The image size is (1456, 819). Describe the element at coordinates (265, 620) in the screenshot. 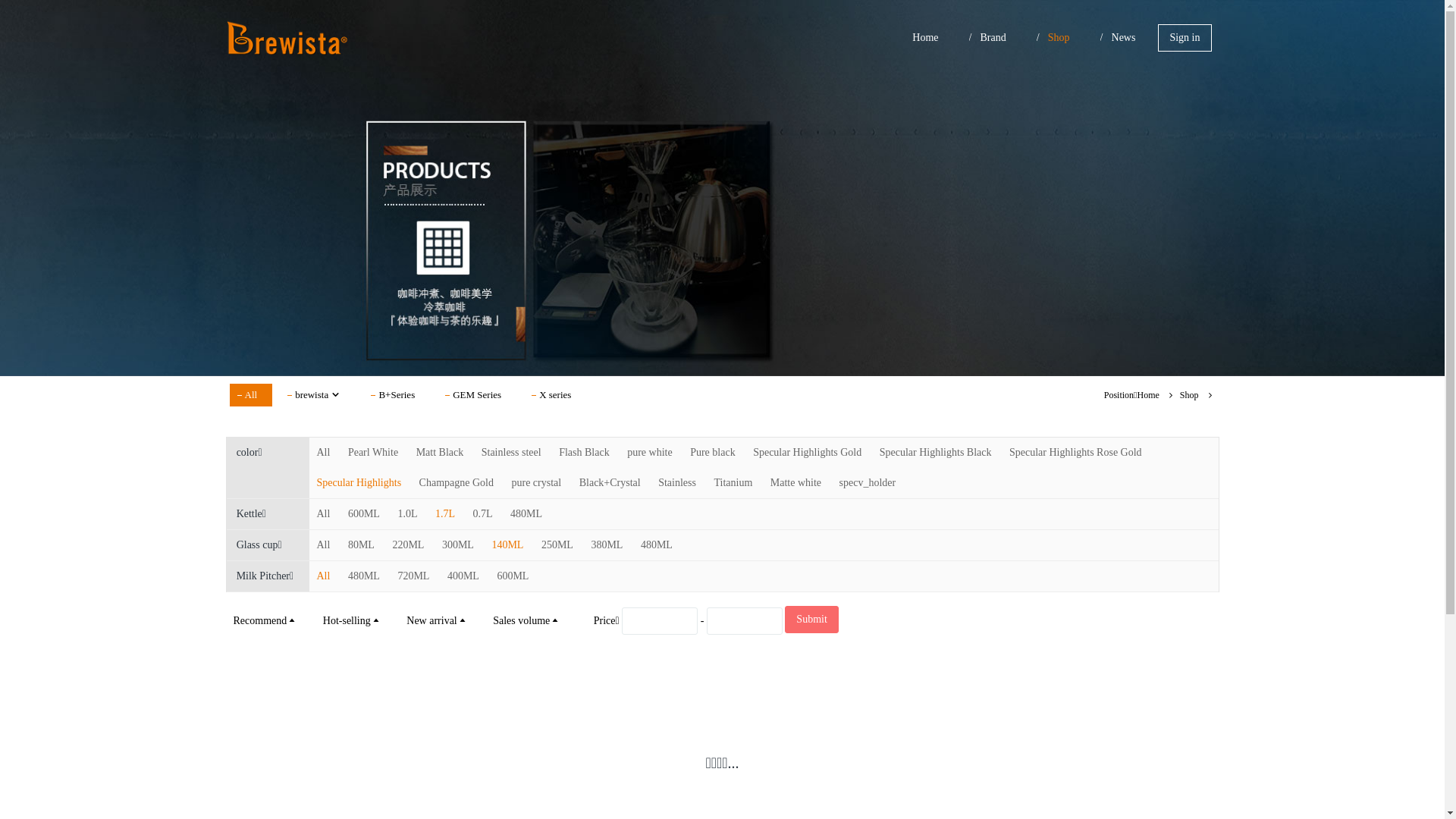

I see `'Recommend'` at that location.